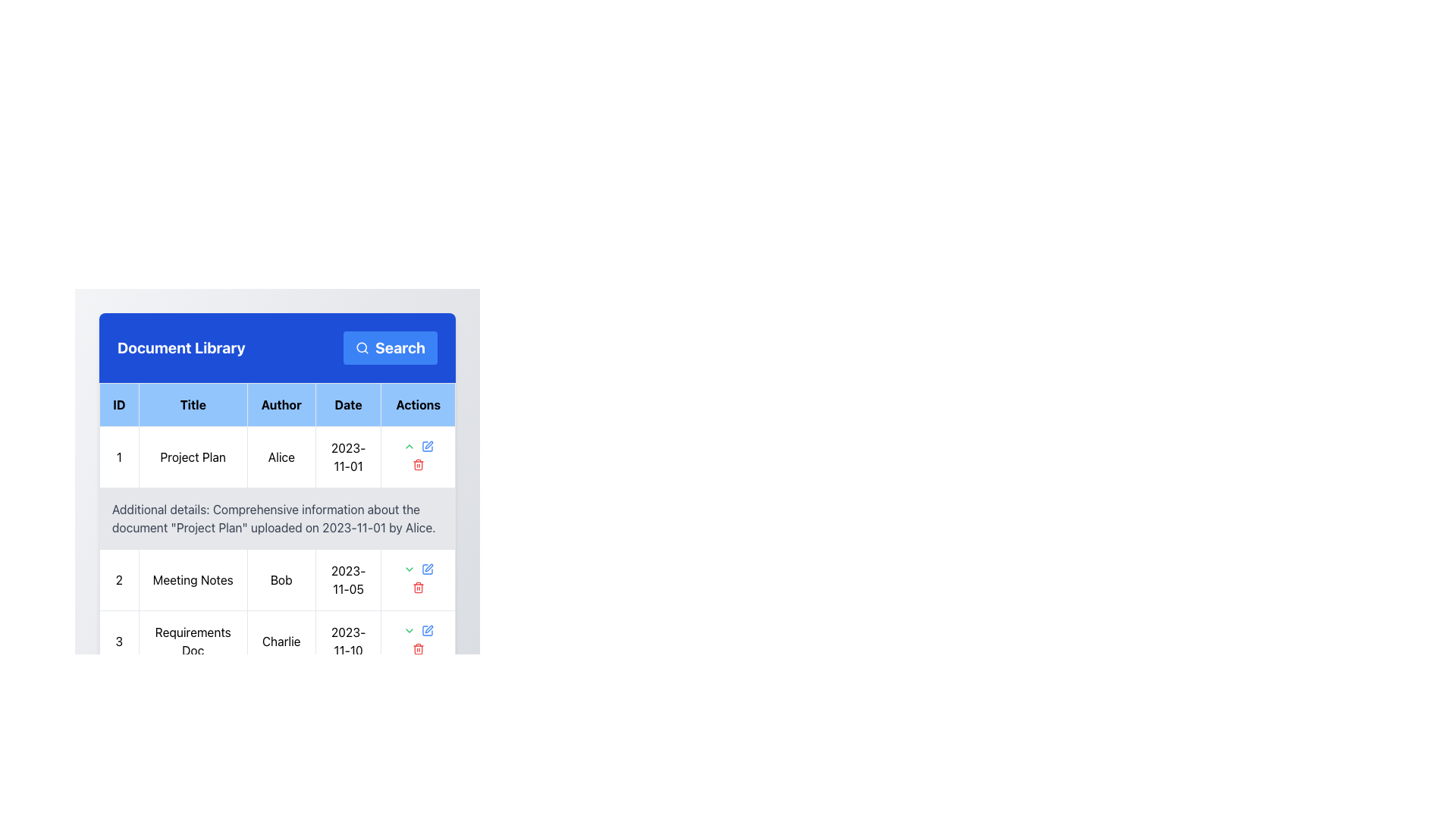  Describe the element at coordinates (418, 648) in the screenshot. I see `the red trash bin icon (Delete Icon) in the Actions column of the table` at that location.